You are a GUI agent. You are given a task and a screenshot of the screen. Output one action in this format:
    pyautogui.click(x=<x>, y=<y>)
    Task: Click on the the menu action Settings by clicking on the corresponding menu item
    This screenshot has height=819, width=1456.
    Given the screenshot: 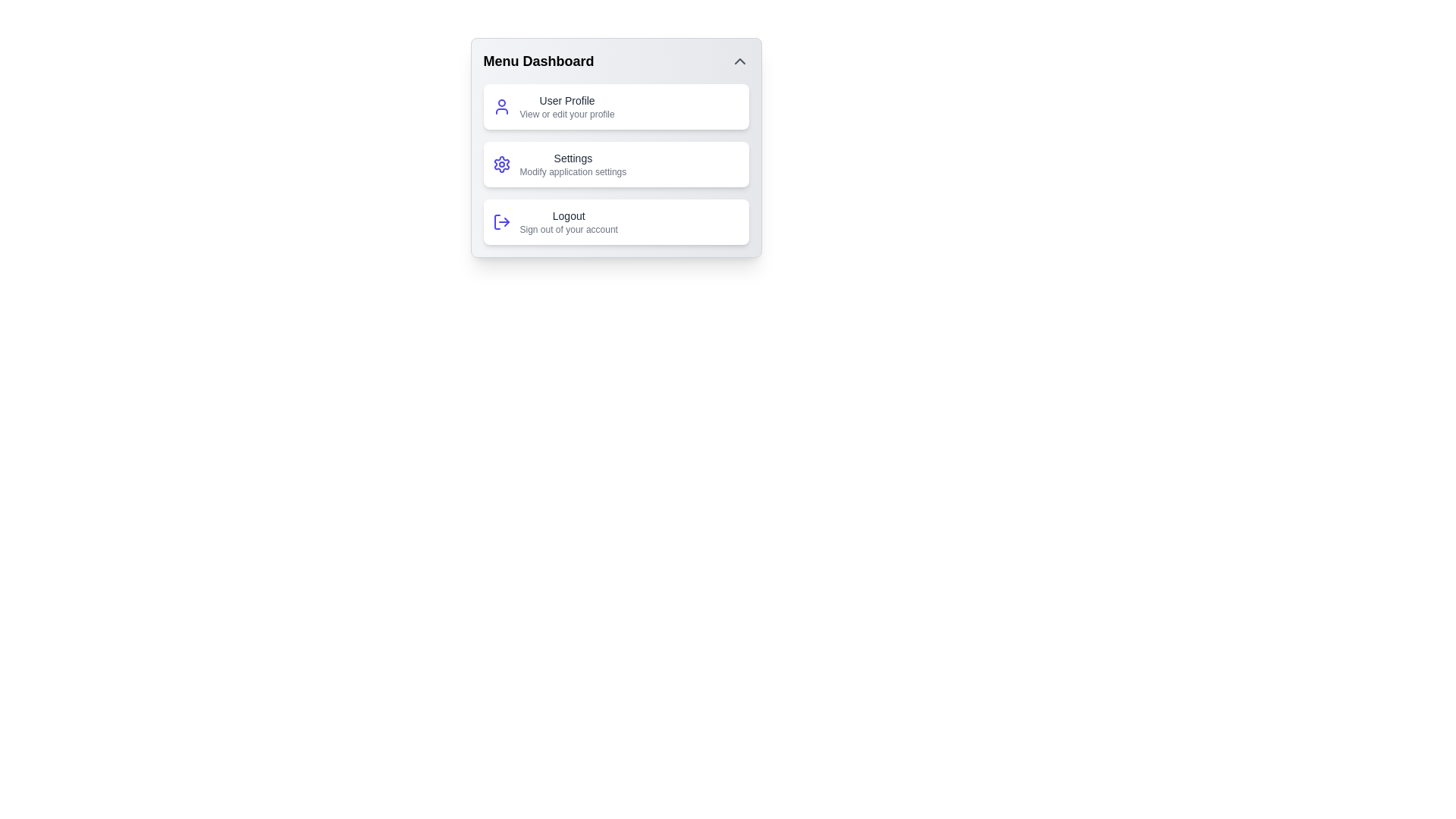 What is the action you would take?
    pyautogui.click(x=616, y=164)
    